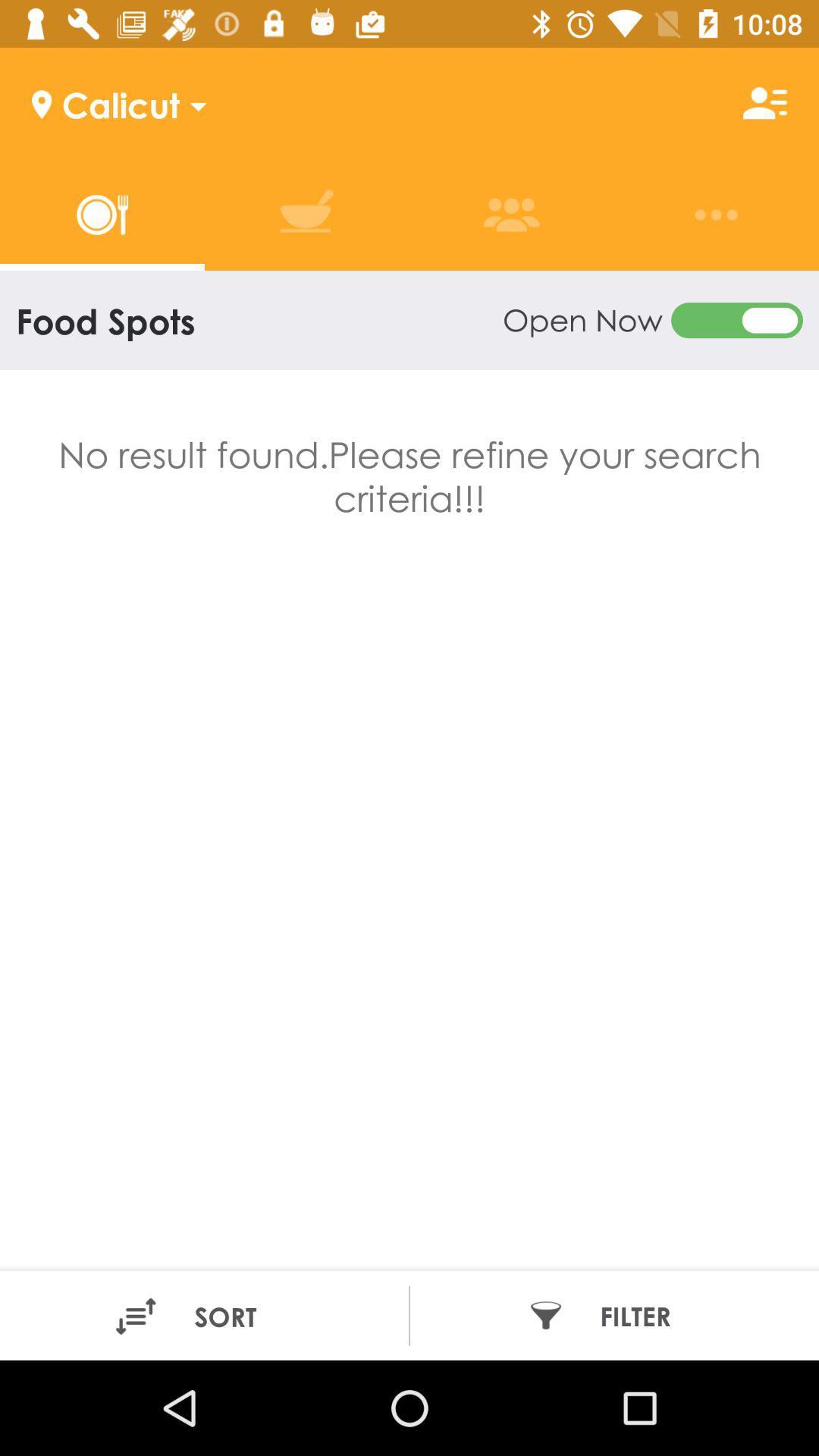 The height and width of the screenshot is (1456, 819). Describe the element at coordinates (651, 319) in the screenshot. I see `the button in the top` at that location.